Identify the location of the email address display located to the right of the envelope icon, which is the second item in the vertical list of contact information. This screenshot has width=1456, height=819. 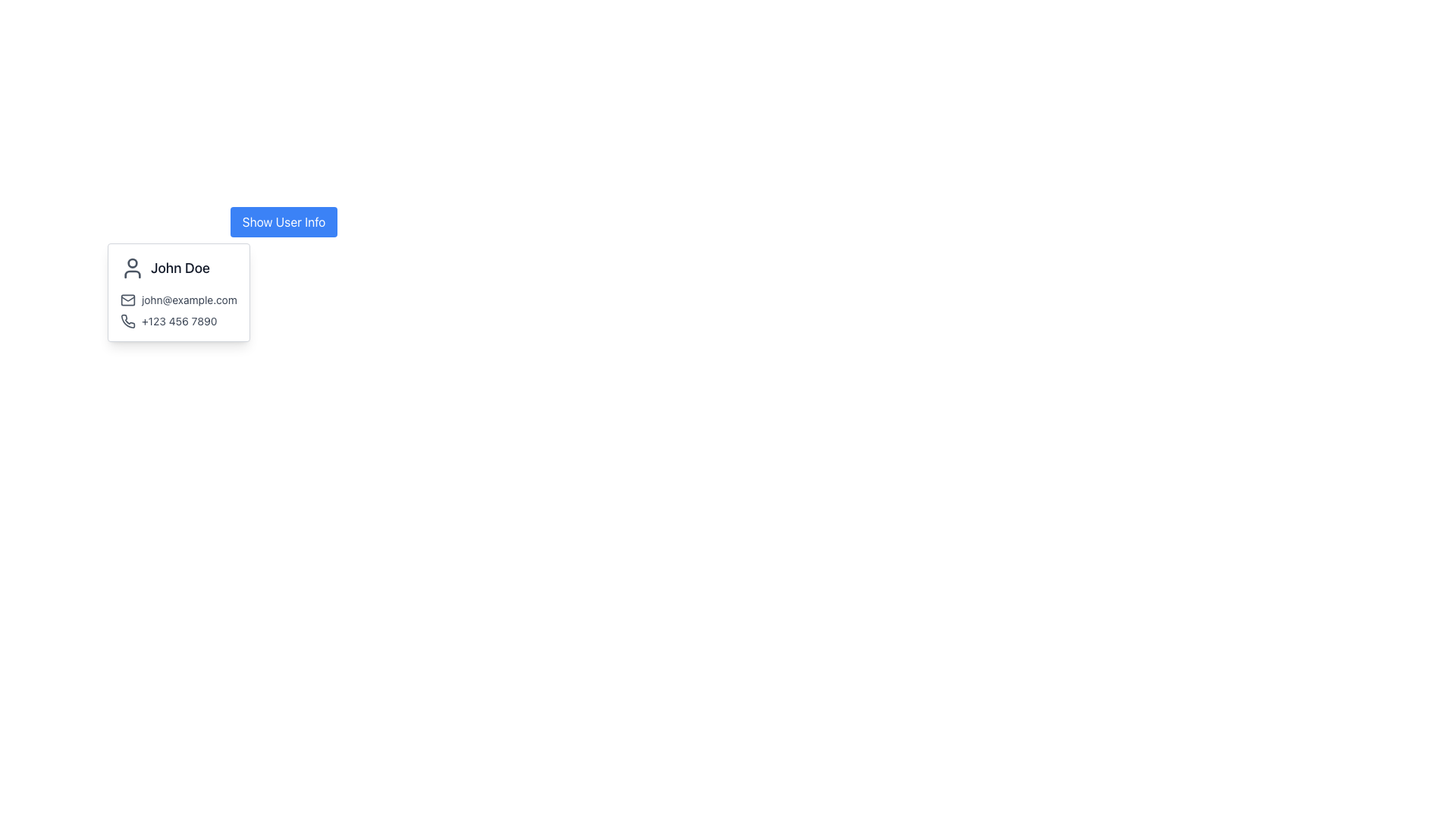
(188, 300).